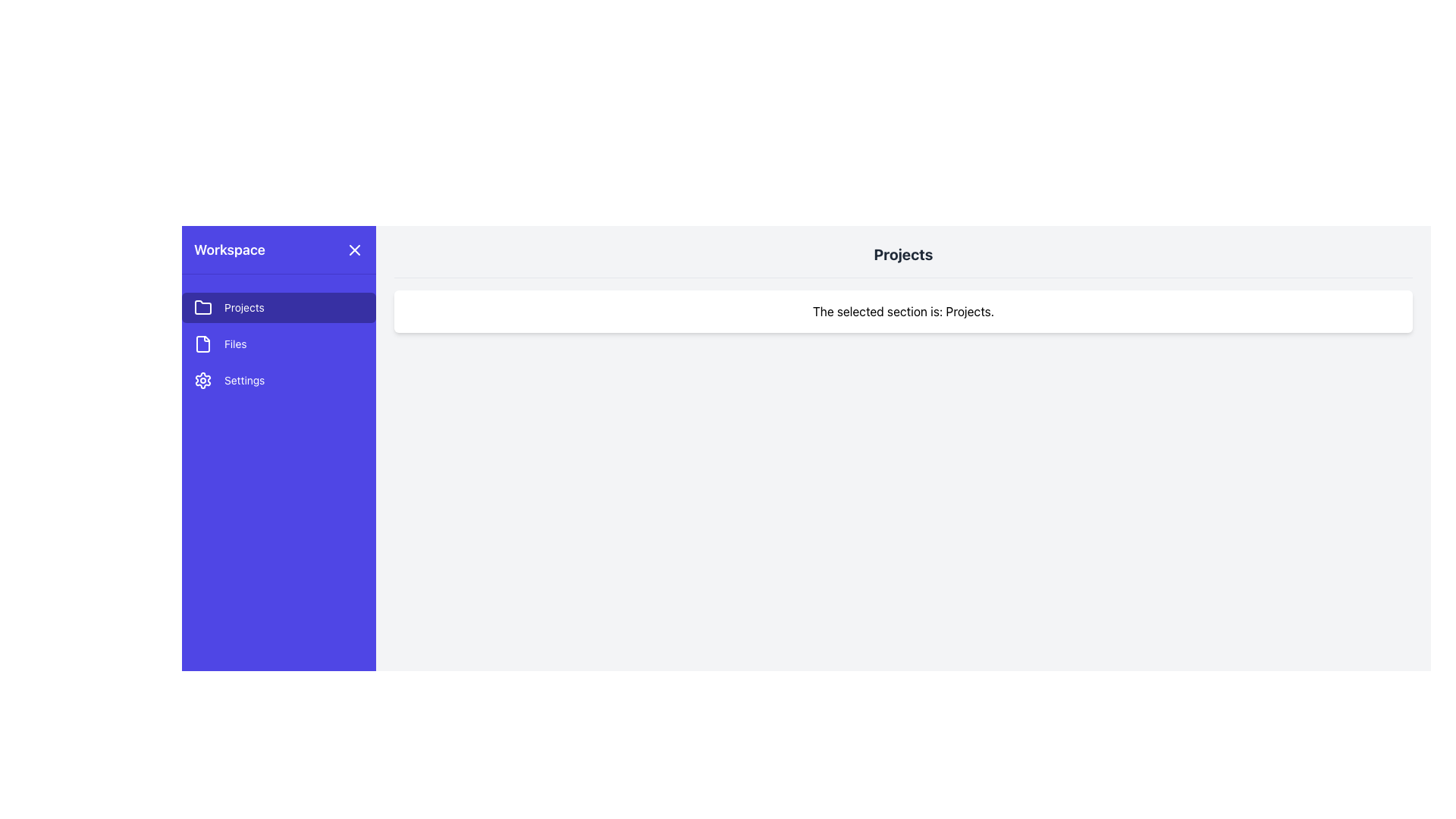 The image size is (1456, 819). What do you see at coordinates (202, 344) in the screenshot?
I see `the 'Files' icon in the vertical navigation bar on the left side of the interface` at bounding box center [202, 344].